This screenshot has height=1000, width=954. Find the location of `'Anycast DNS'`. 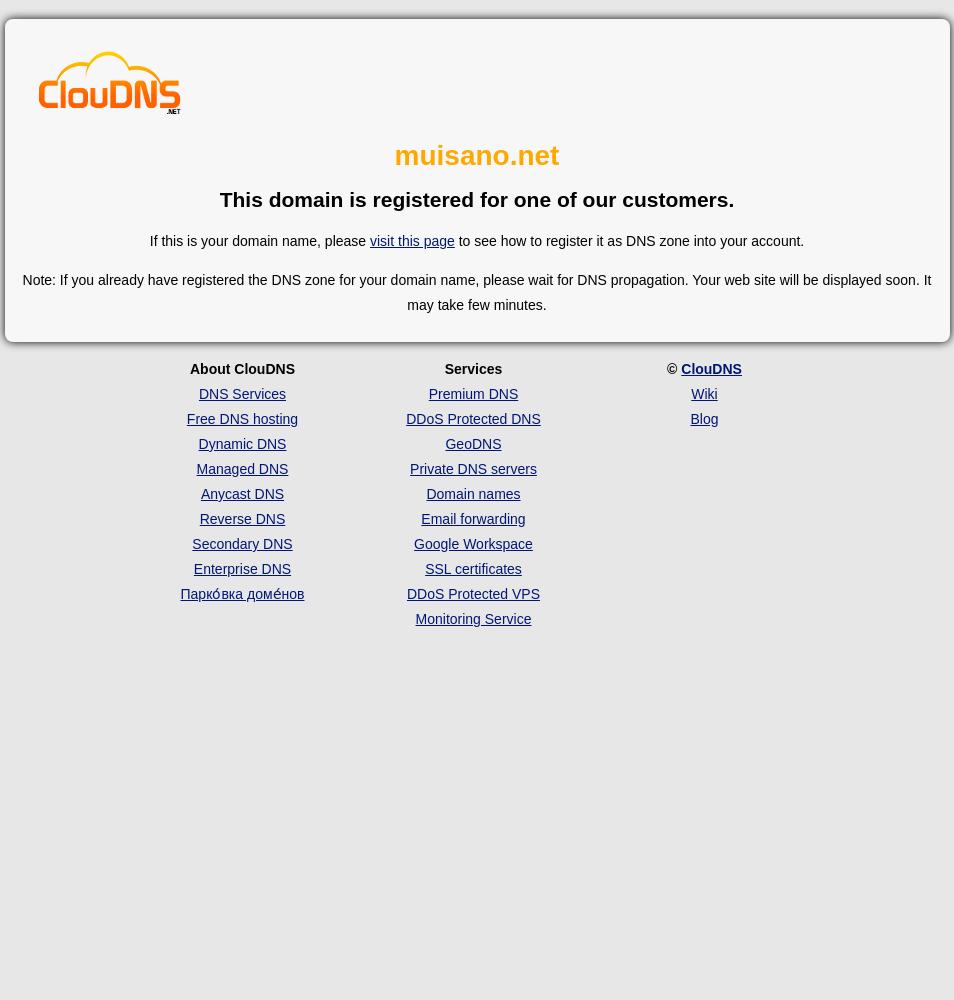

'Anycast DNS' is located at coordinates (198, 492).